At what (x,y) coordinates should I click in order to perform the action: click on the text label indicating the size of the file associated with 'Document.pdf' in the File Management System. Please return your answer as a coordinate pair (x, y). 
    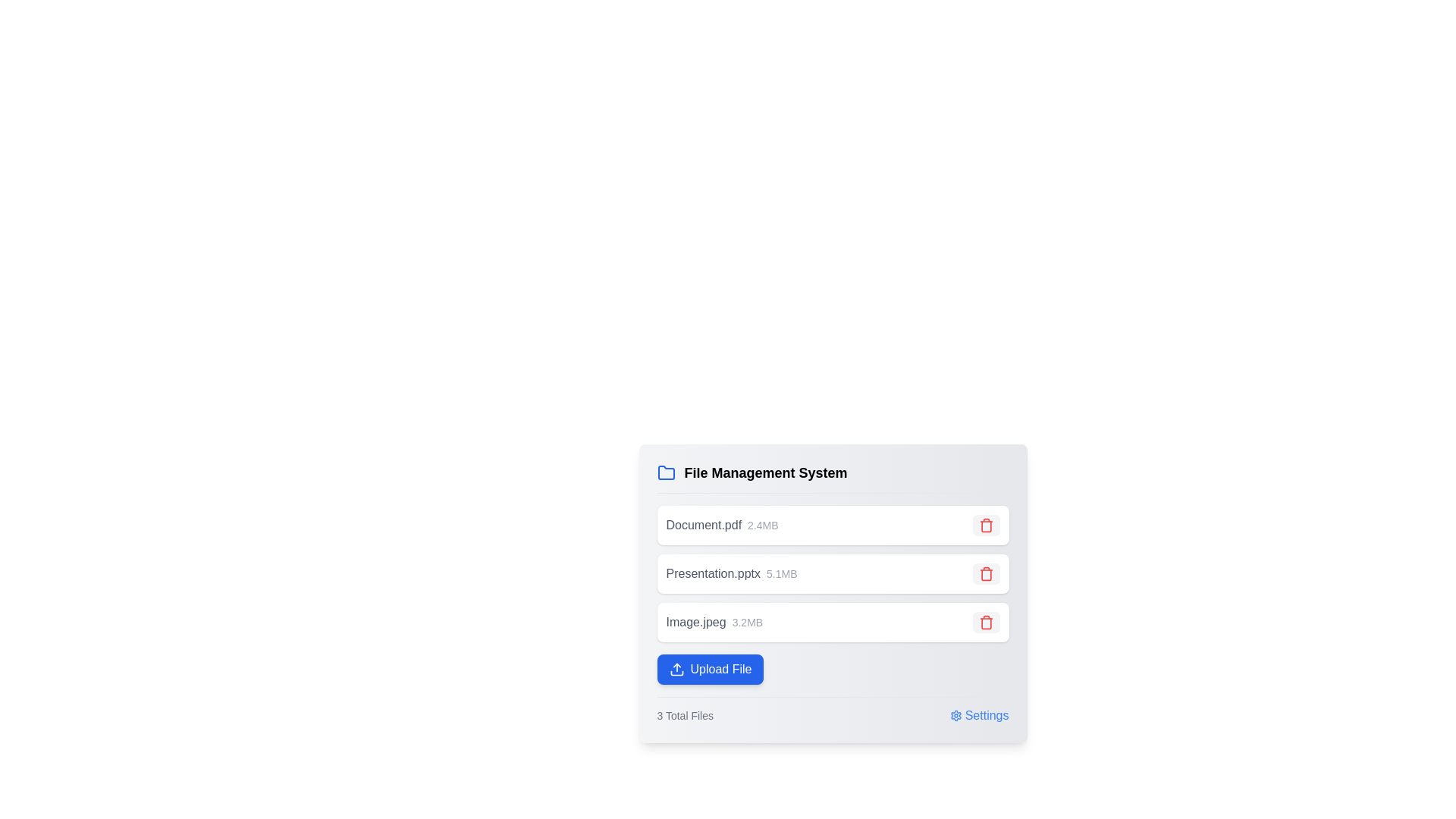
    Looking at the image, I should click on (763, 525).